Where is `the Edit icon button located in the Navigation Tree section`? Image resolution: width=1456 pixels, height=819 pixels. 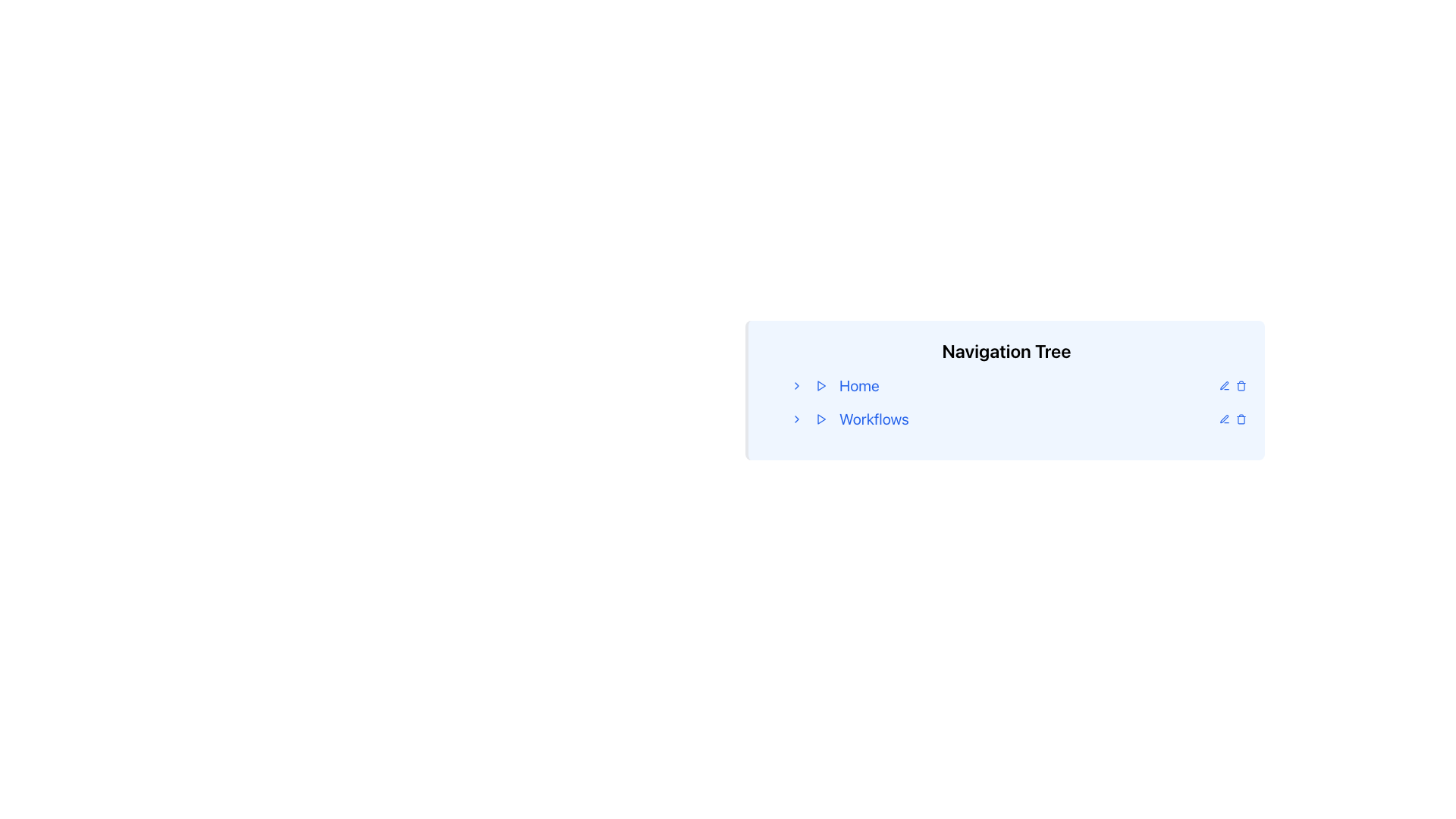 the Edit icon button located in the Navigation Tree section is located at coordinates (1224, 384).